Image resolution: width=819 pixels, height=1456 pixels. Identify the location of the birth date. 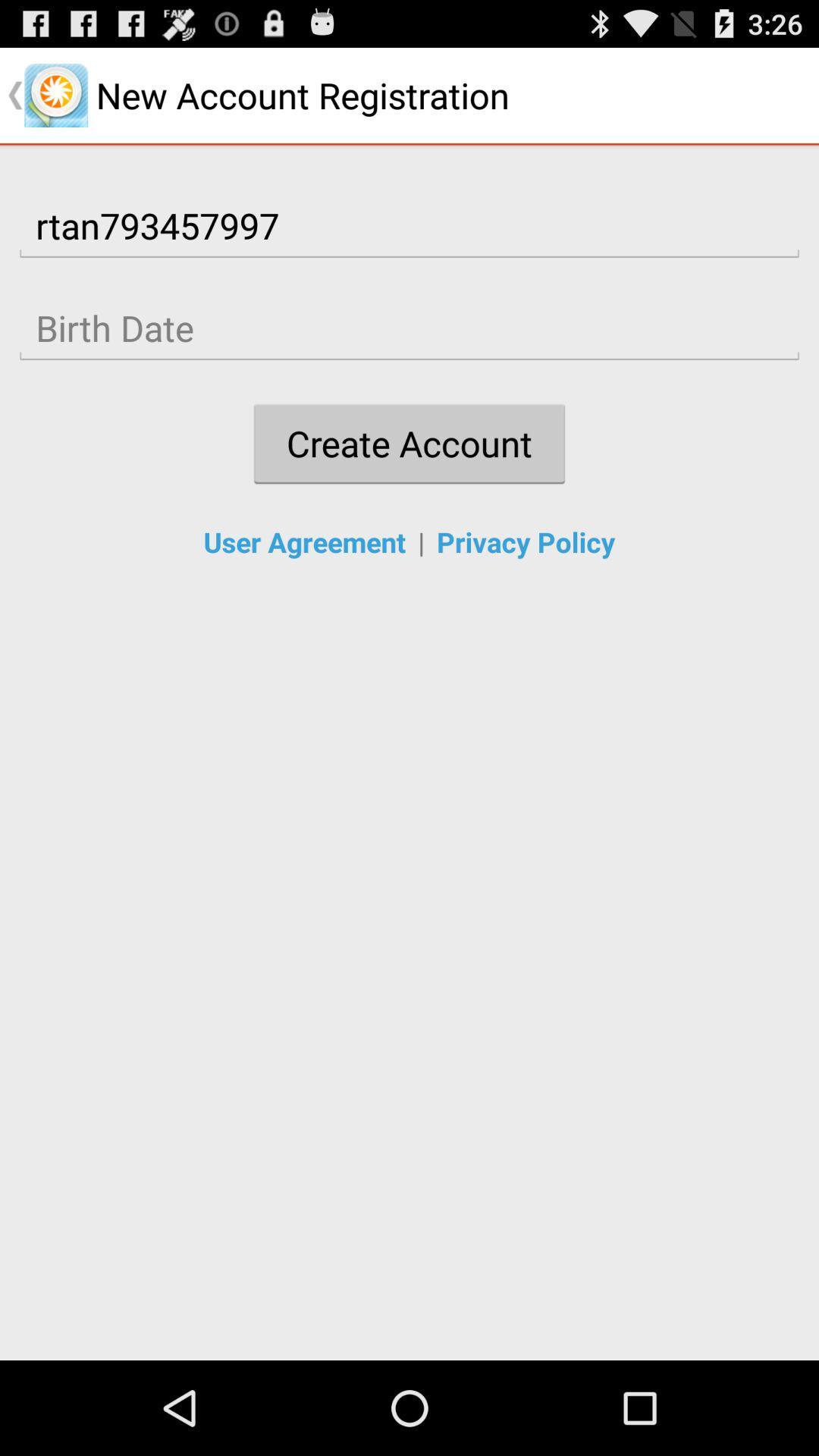
(409, 328).